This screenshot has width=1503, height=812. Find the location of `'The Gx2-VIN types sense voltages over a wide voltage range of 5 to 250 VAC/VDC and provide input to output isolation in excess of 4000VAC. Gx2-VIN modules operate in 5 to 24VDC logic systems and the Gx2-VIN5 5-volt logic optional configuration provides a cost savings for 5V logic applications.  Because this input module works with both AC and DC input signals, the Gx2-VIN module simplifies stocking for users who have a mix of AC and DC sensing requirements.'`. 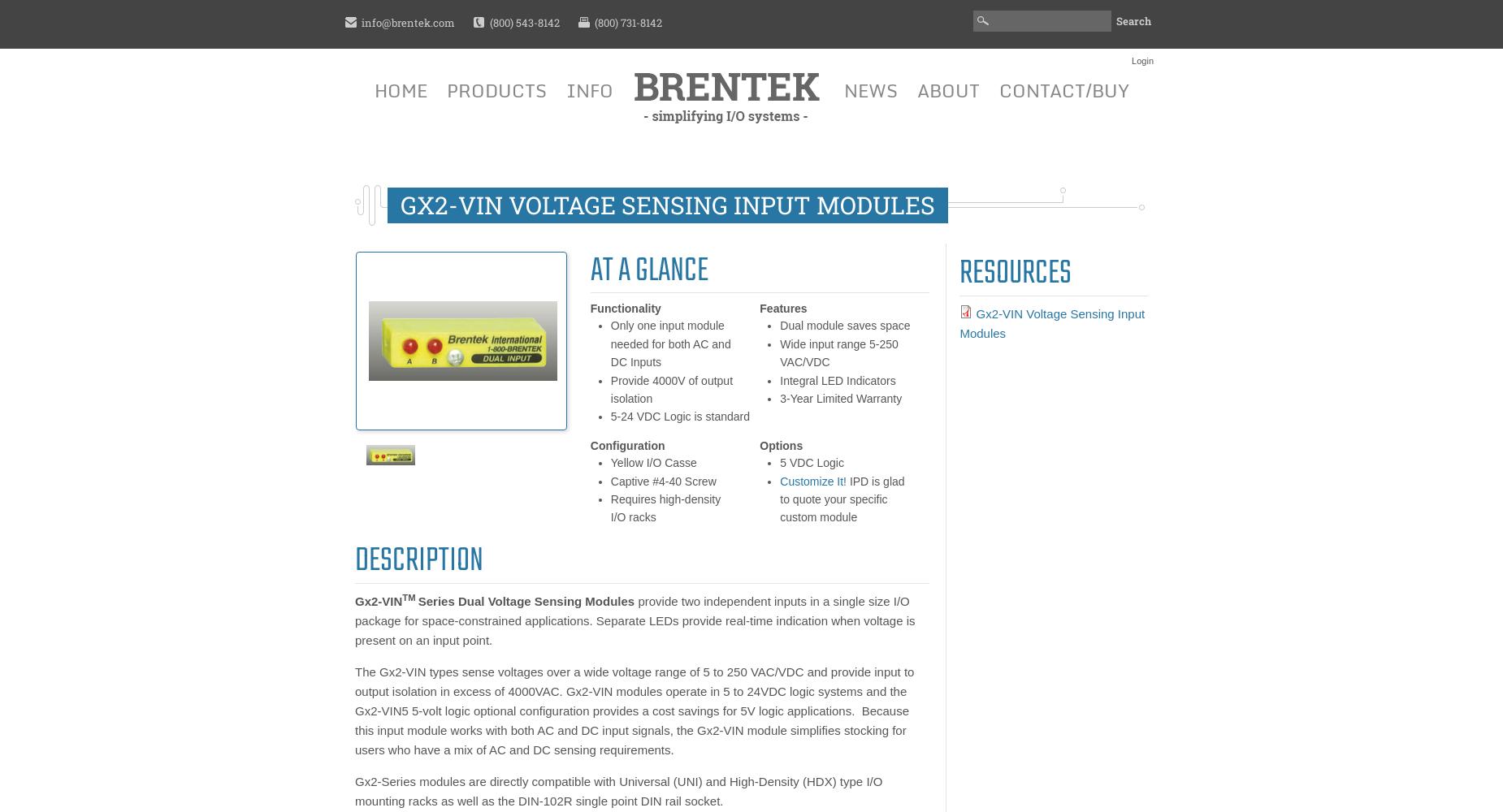

'The Gx2-VIN types sense voltages over a wide voltage range of 5 to 250 VAC/VDC and provide input to output isolation in excess of 4000VAC. Gx2-VIN modules operate in 5 to 24VDC logic systems and the Gx2-VIN5 5-volt logic optional configuration provides a cost savings for 5V logic applications.  Because this input module works with both AC and DC input signals, the Gx2-VIN module simplifies stocking for users who have a mix of AC and DC sensing requirements.' is located at coordinates (353, 709).